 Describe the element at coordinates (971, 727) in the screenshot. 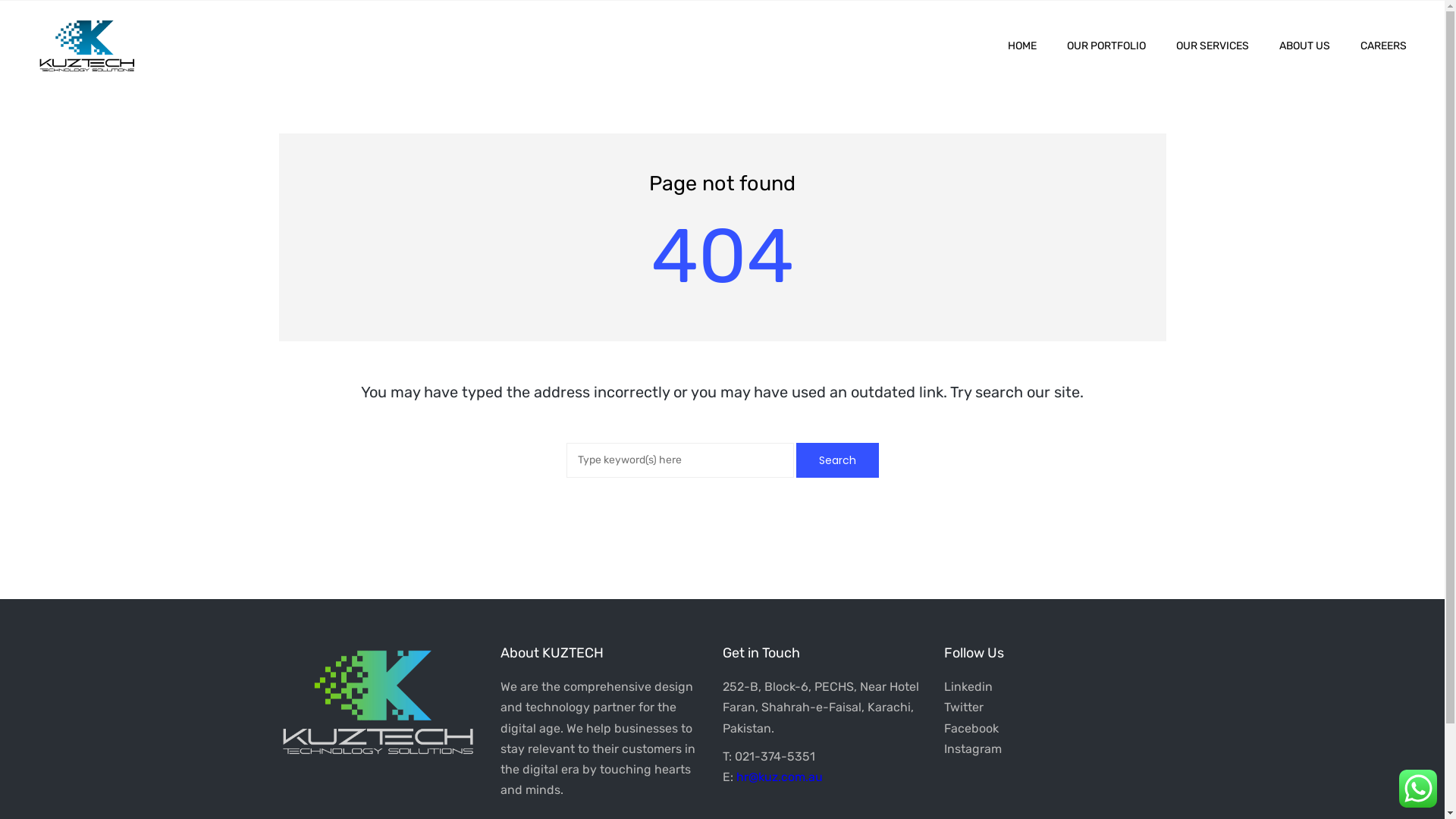

I see `'Facebook'` at that location.